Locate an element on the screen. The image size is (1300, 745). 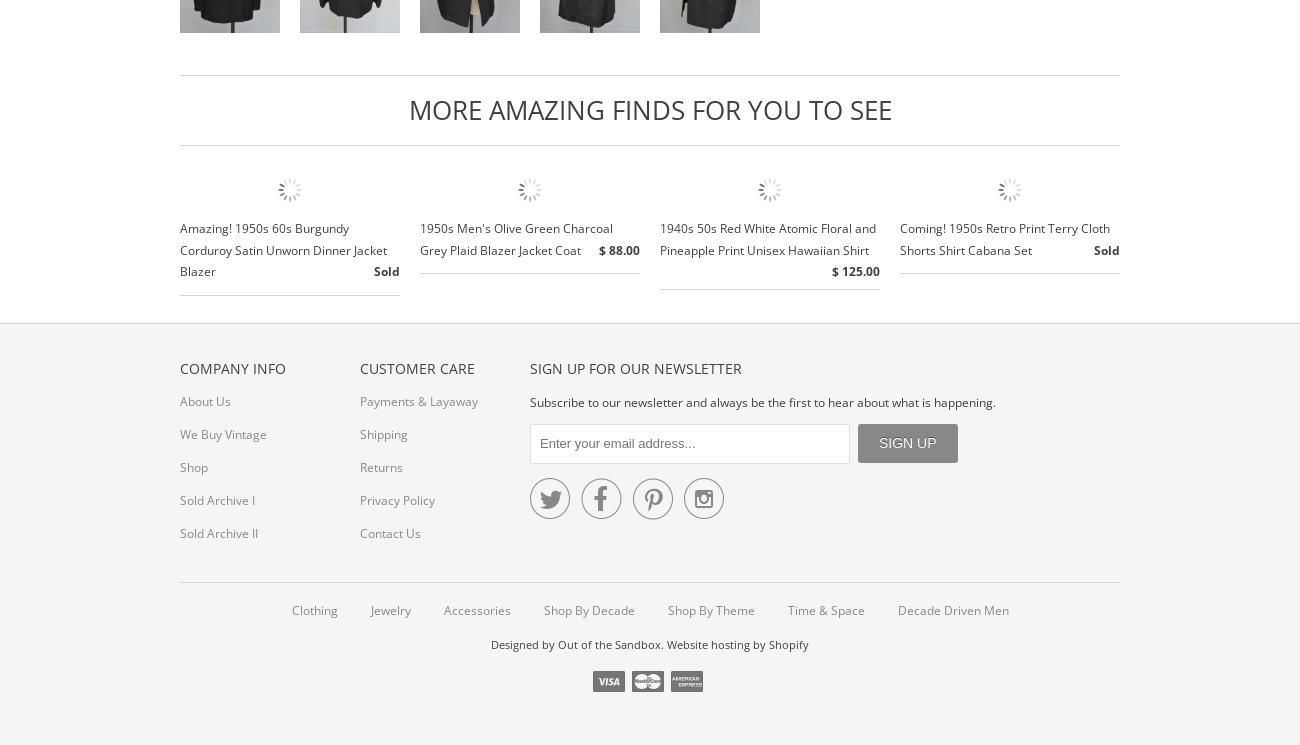
'Out of the Sandbox' is located at coordinates (609, 643).